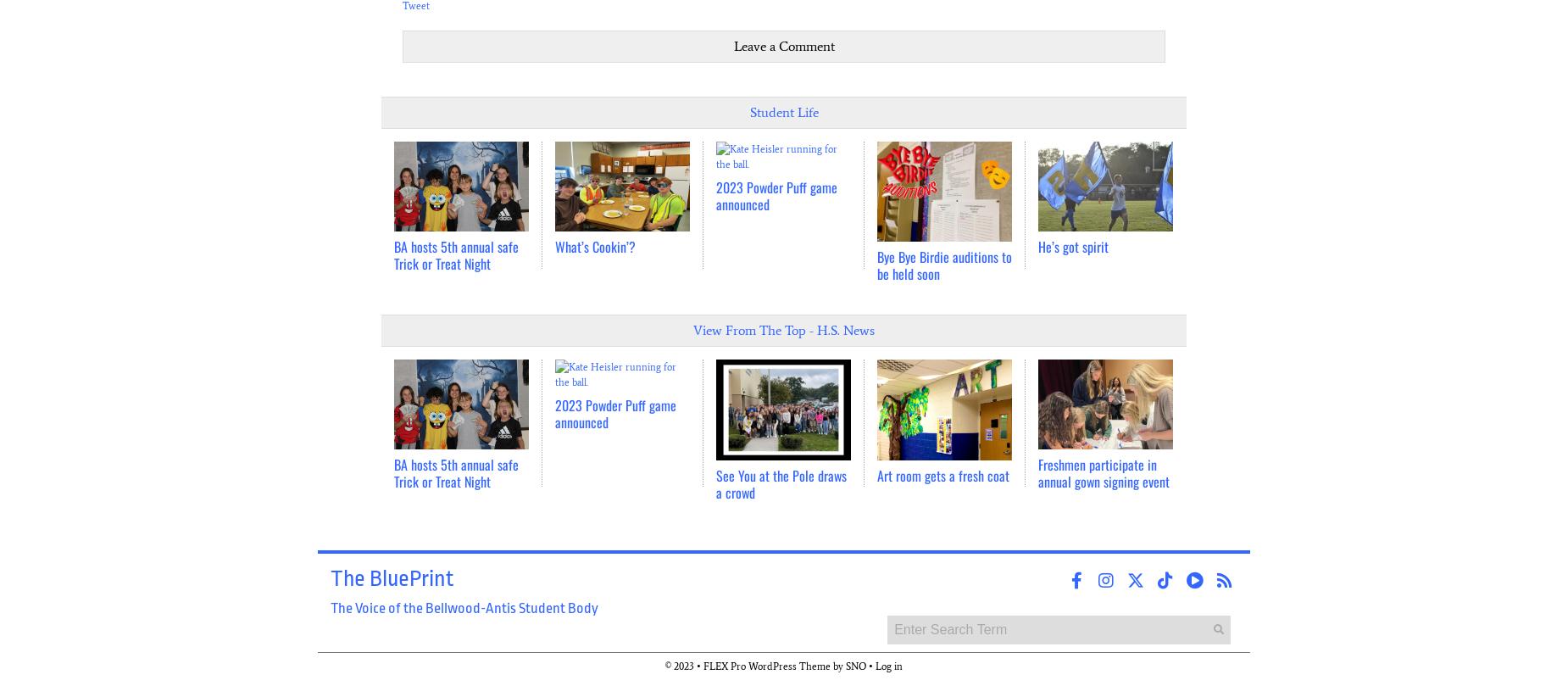 The width and height of the screenshot is (1568, 697). Describe the element at coordinates (783, 45) in the screenshot. I see `'Leave a Comment'` at that location.